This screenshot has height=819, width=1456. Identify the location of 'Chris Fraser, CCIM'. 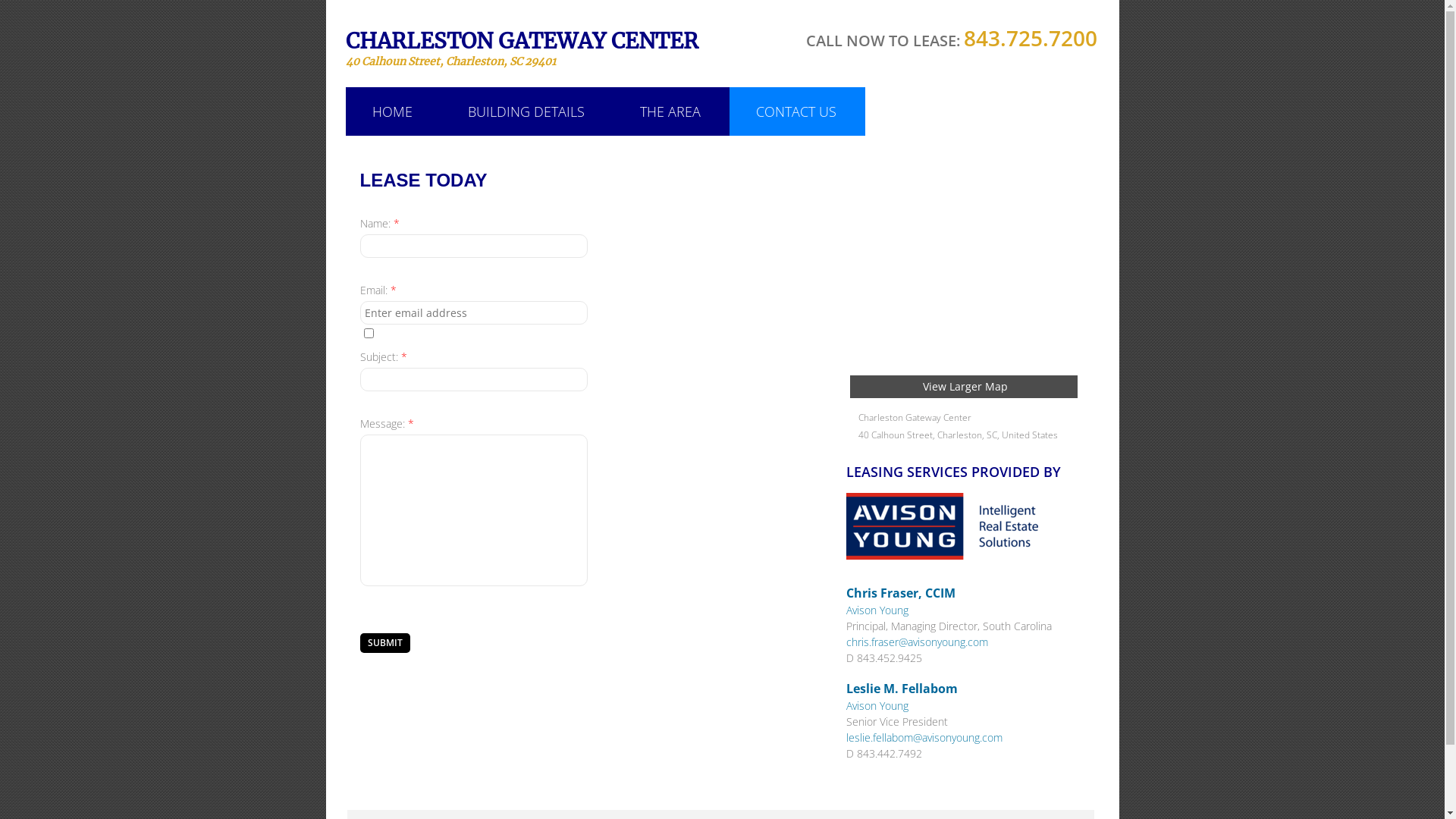
(846, 592).